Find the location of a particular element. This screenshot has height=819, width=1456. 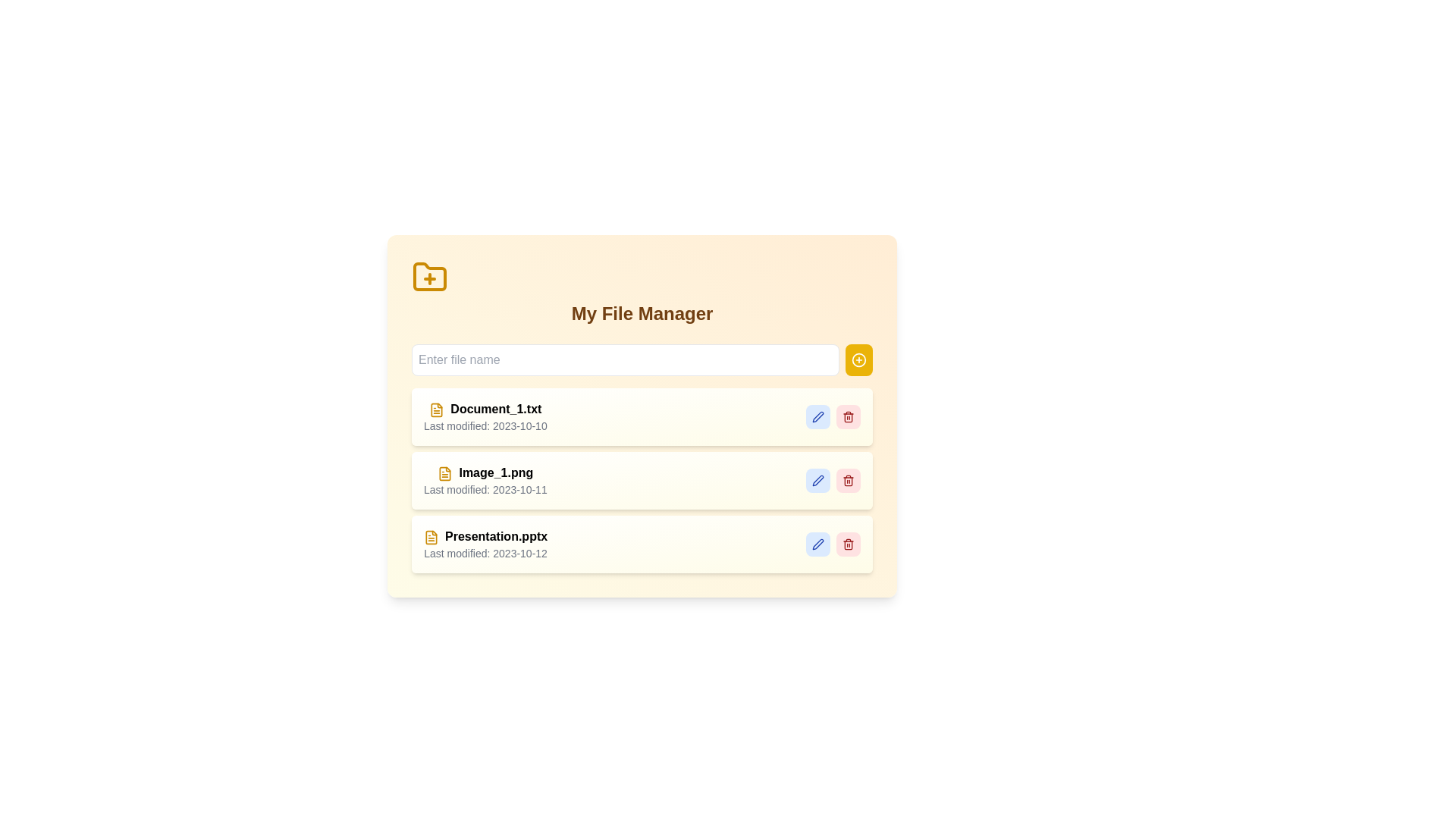

the delete button located in the right column of the second file entry, positioned to the right of the blue edit button is located at coordinates (847, 480).